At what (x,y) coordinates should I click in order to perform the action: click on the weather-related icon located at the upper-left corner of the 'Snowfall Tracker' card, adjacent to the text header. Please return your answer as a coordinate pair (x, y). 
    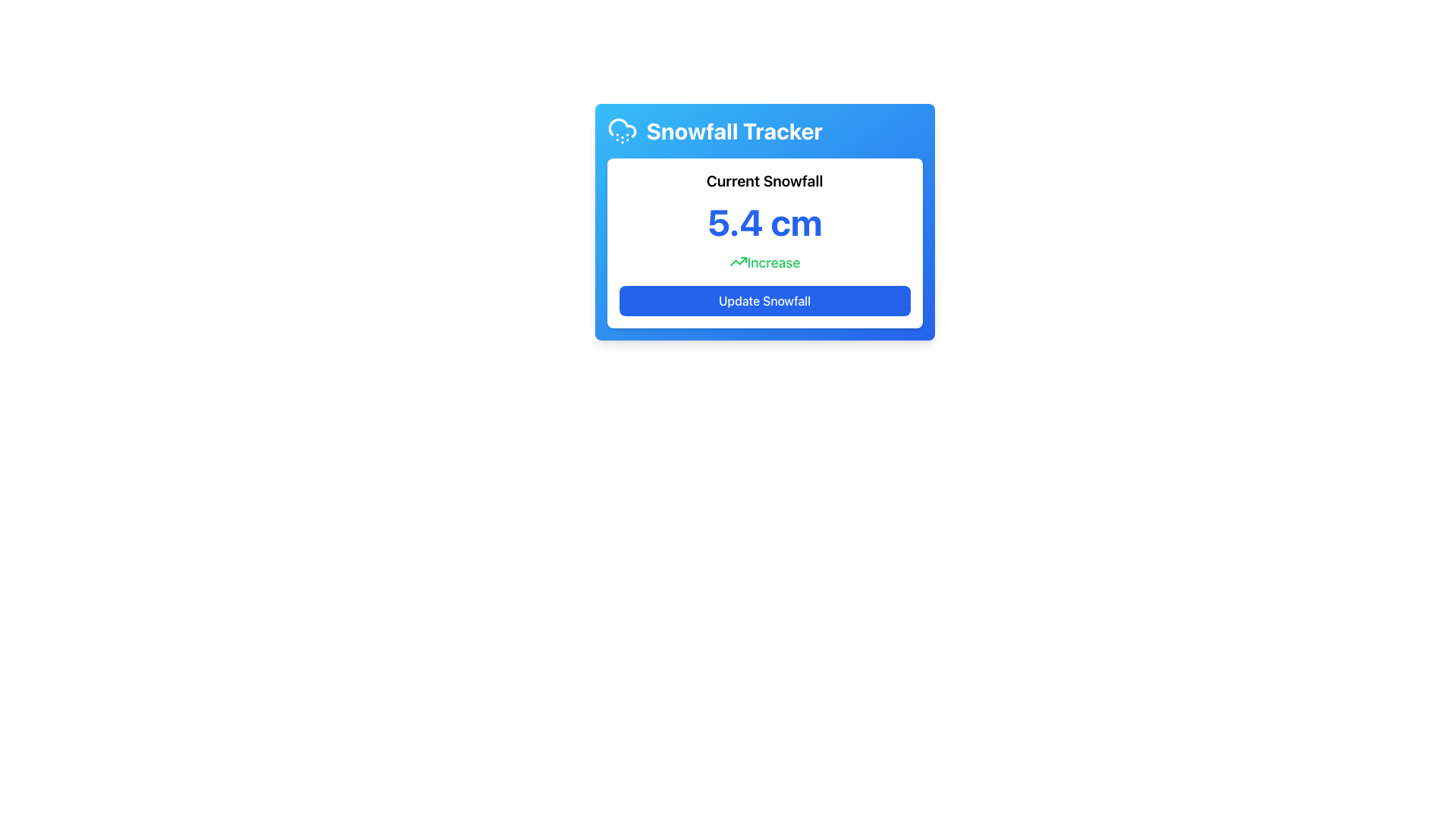
    Looking at the image, I should click on (622, 127).